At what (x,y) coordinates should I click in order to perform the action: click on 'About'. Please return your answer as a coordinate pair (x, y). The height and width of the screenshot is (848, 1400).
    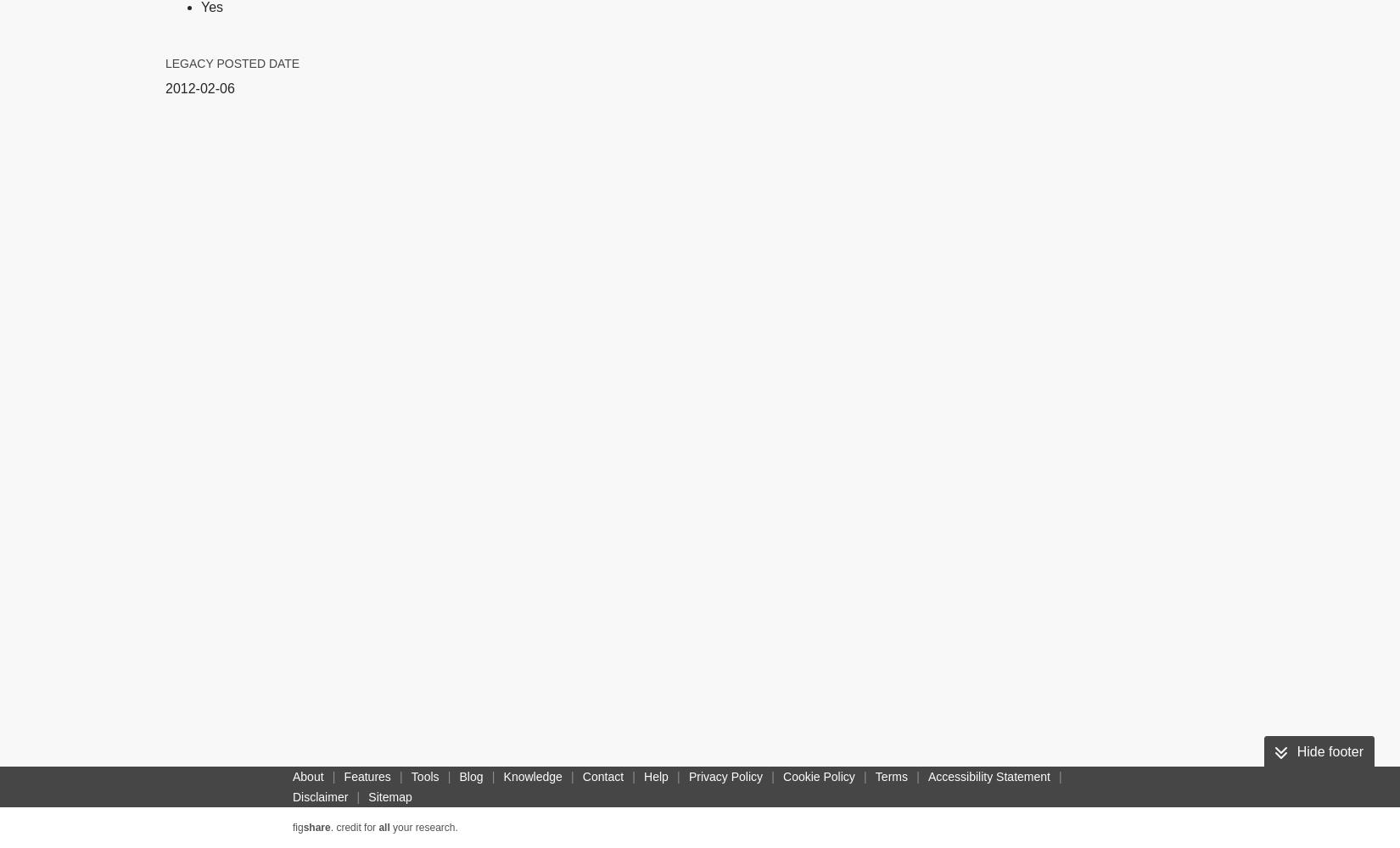
    Looking at the image, I should click on (308, 777).